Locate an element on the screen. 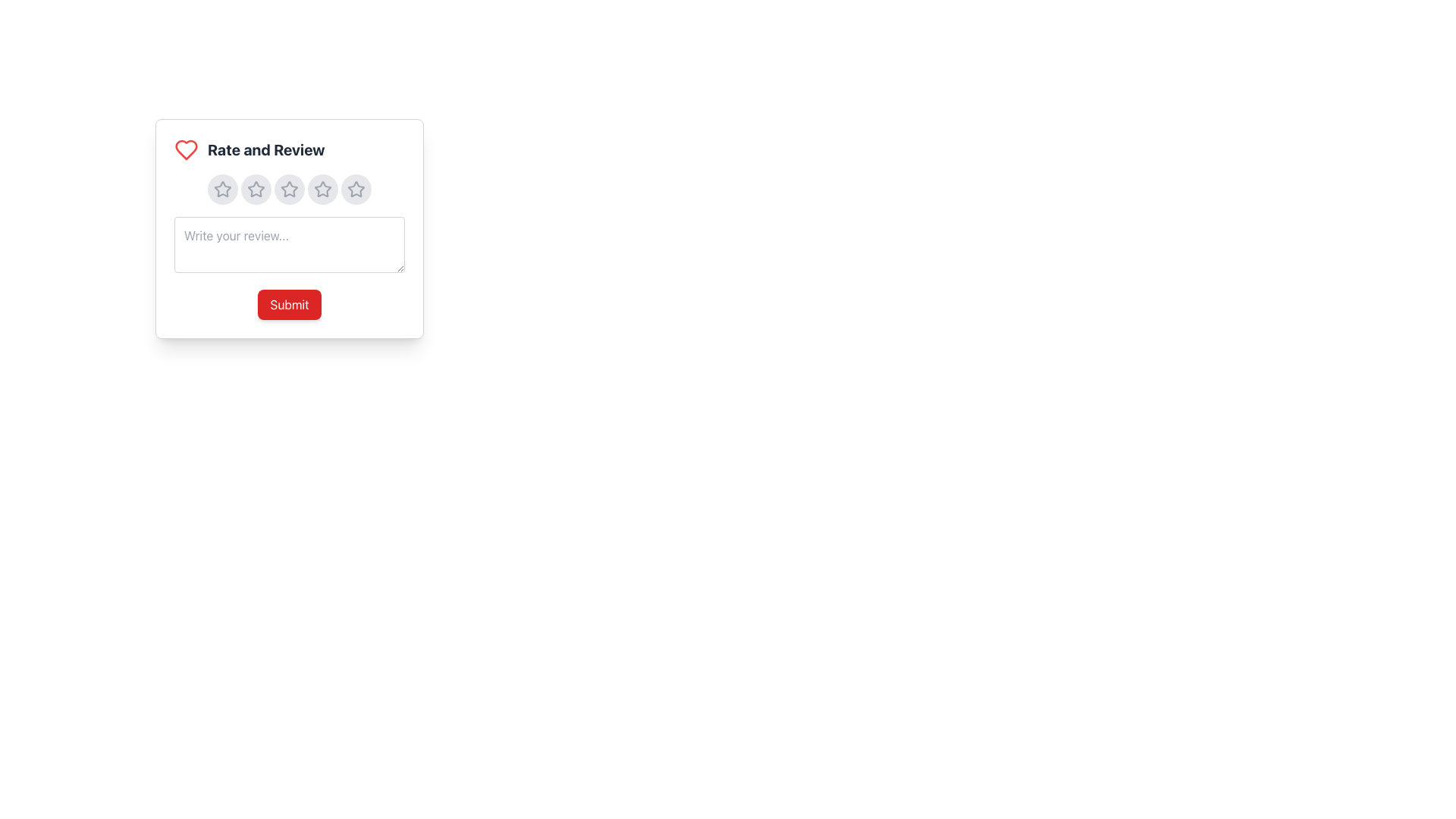 This screenshot has height=819, width=1456. the first star icon in the row of five stars is located at coordinates (221, 189).